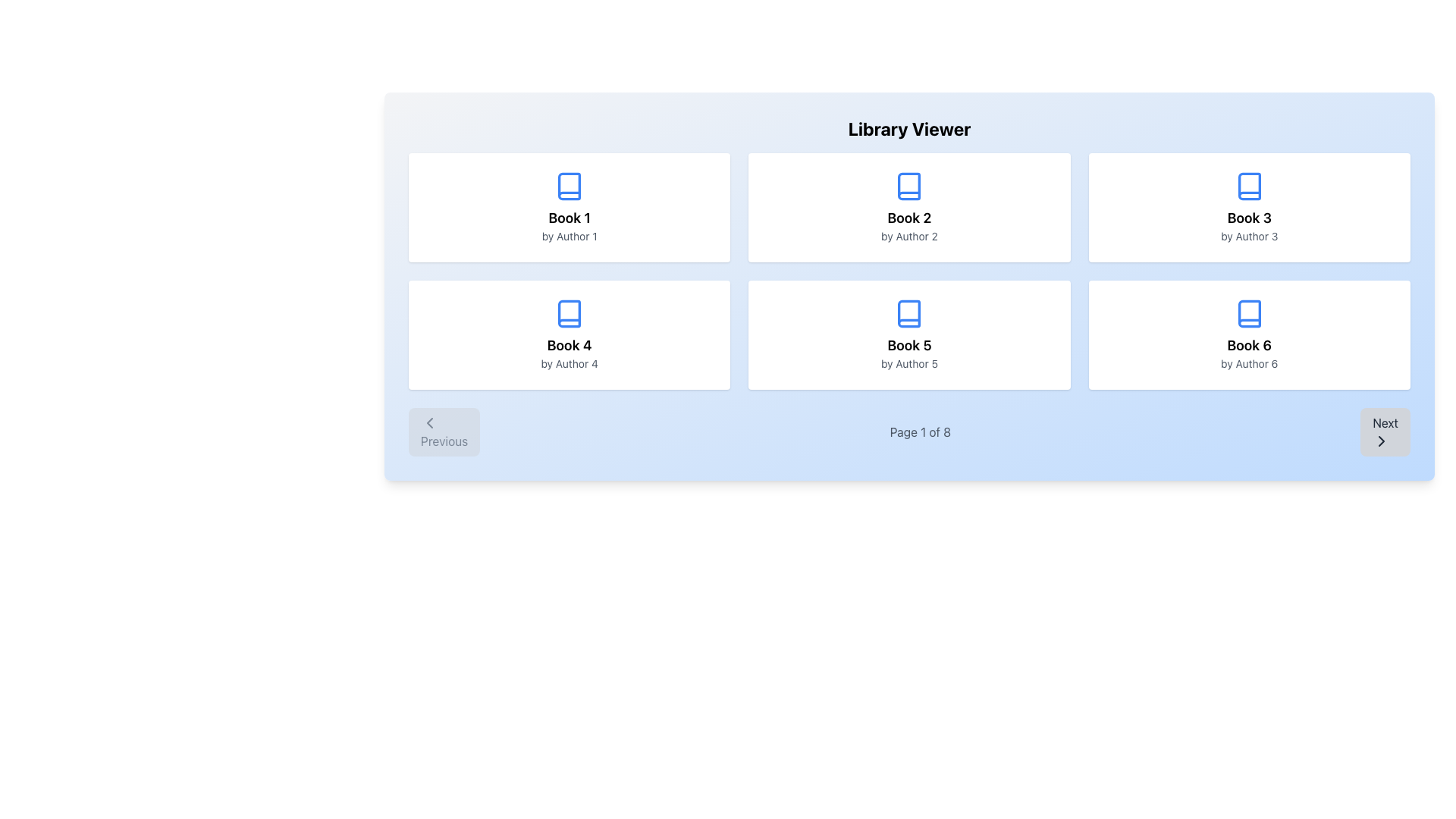 This screenshot has height=819, width=1456. What do you see at coordinates (569, 237) in the screenshot?
I see `the text label displaying 'by Author 1' located beneath the 'Book 1' title in the first card of the 'Library Viewer' grid` at bounding box center [569, 237].